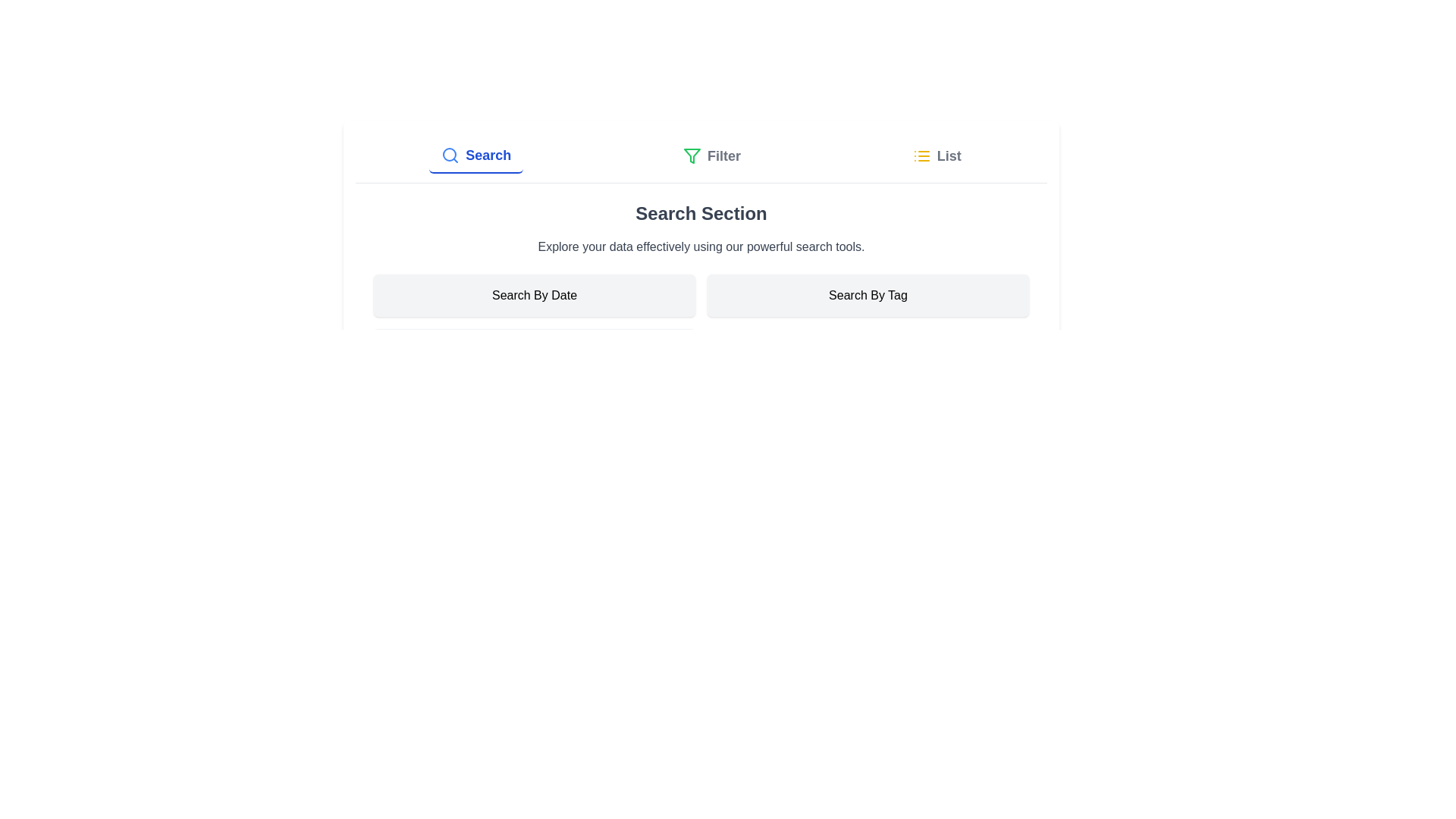 This screenshot has width=1456, height=819. What do you see at coordinates (475, 155) in the screenshot?
I see `the Search tab by clicking on it` at bounding box center [475, 155].